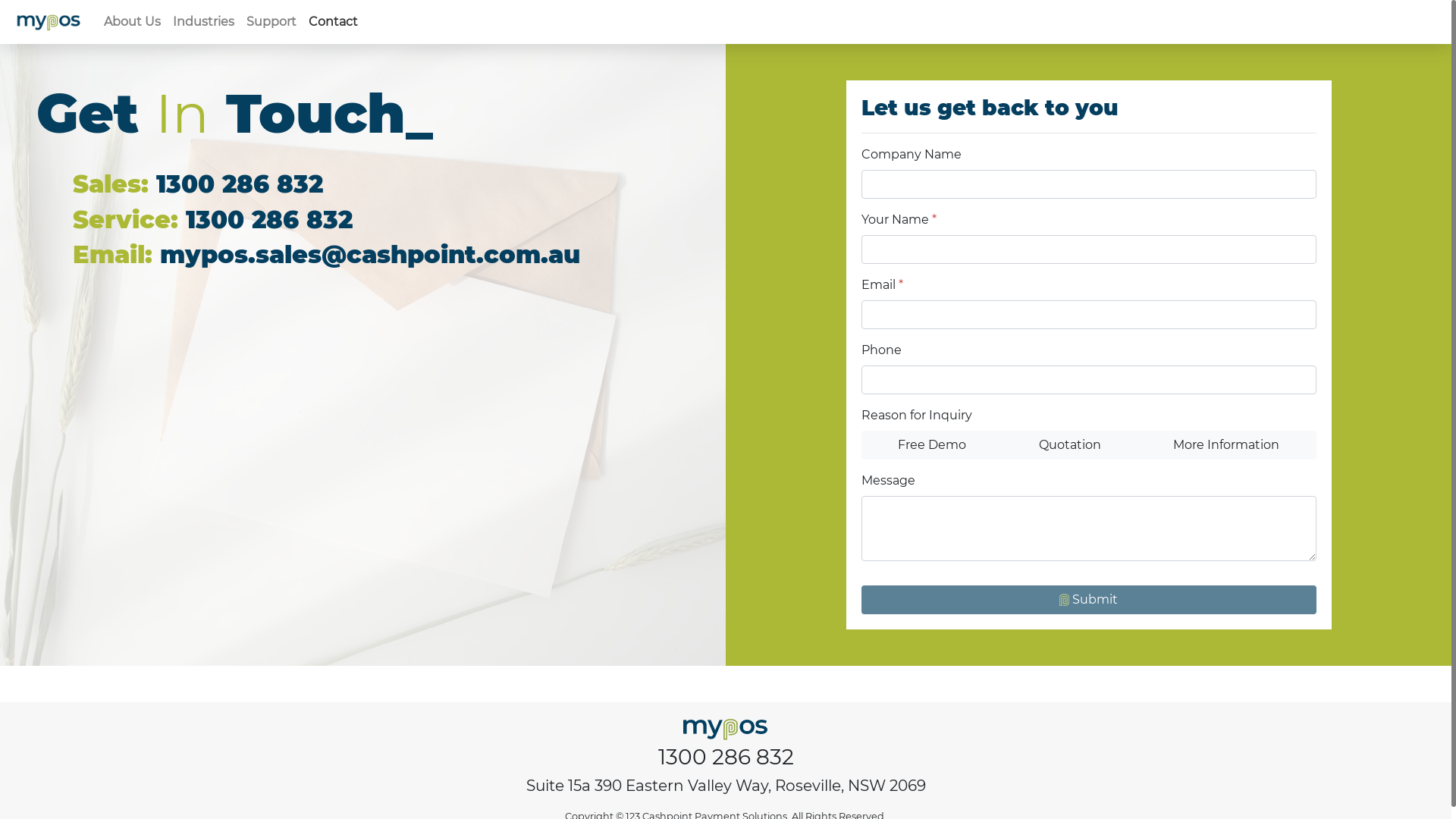 The height and width of the screenshot is (819, 1456). I want to click on 'Industries', so click(202, 22).